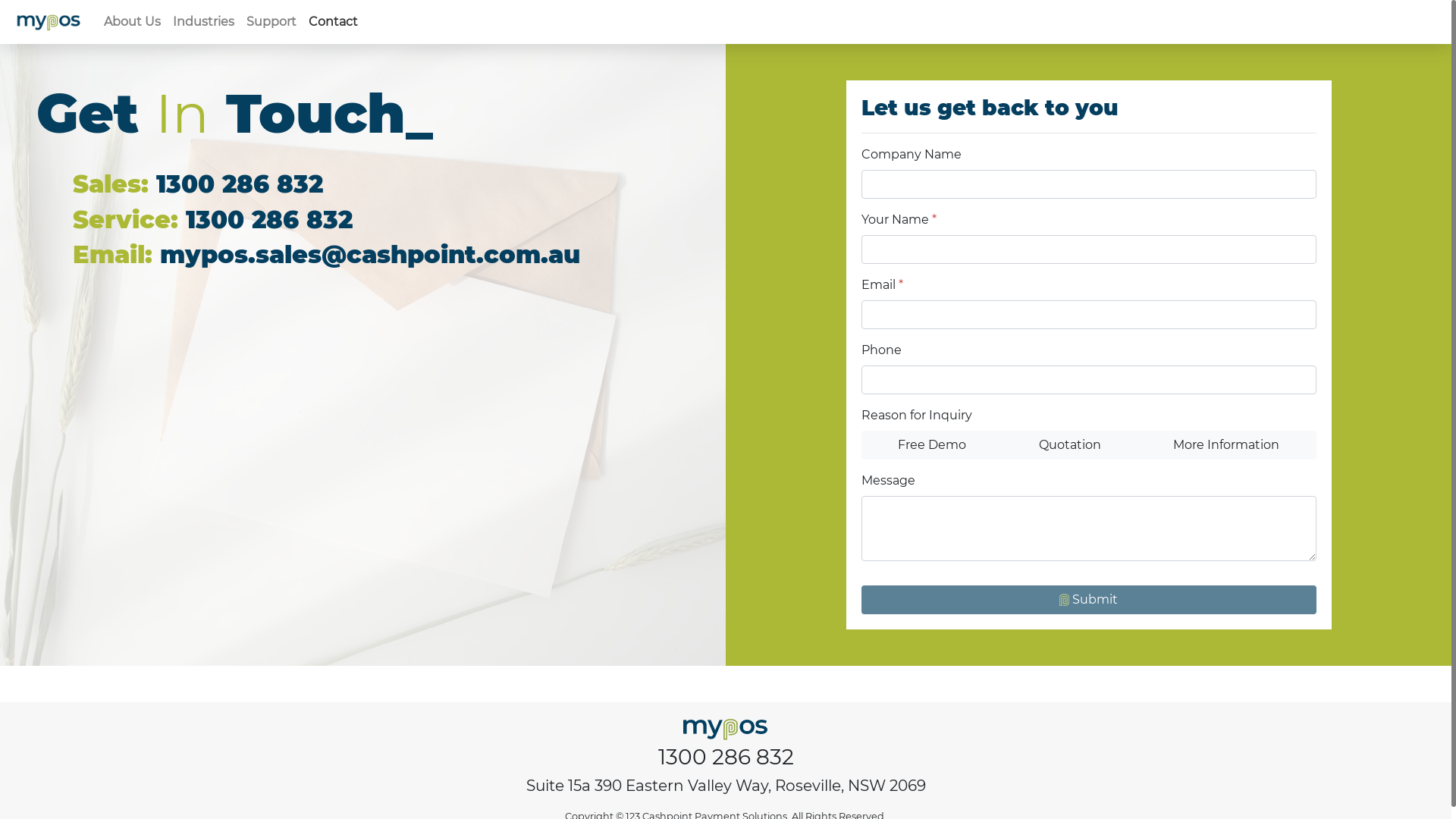 The height and width of the screenshot is (819, 1456). I want to click on 'Industries', so click(202, 22).